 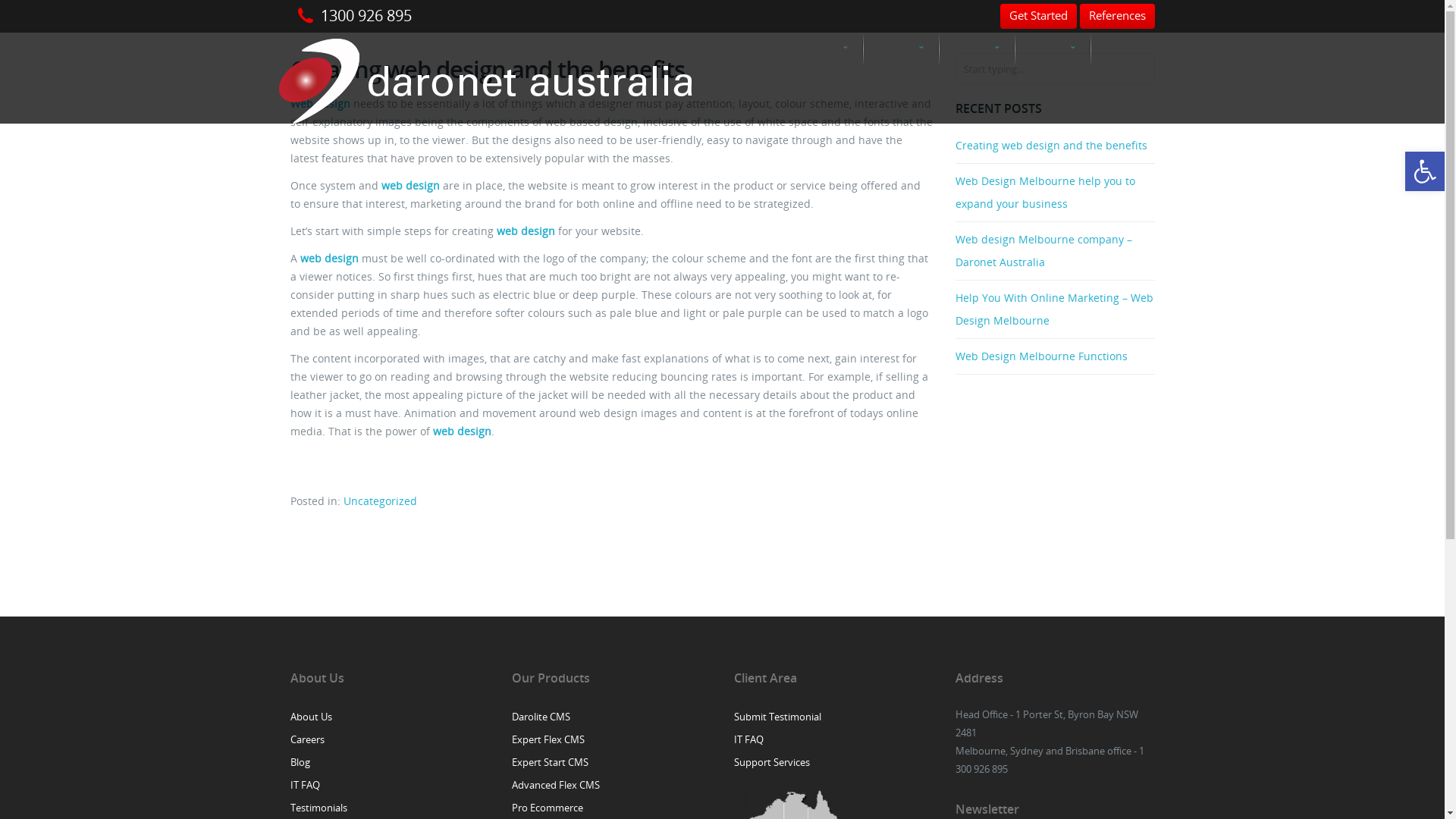 What do you see at coordinates (771, 762) in the screenshot?
I see `'Support Services'` at bounding box center [771, 762].